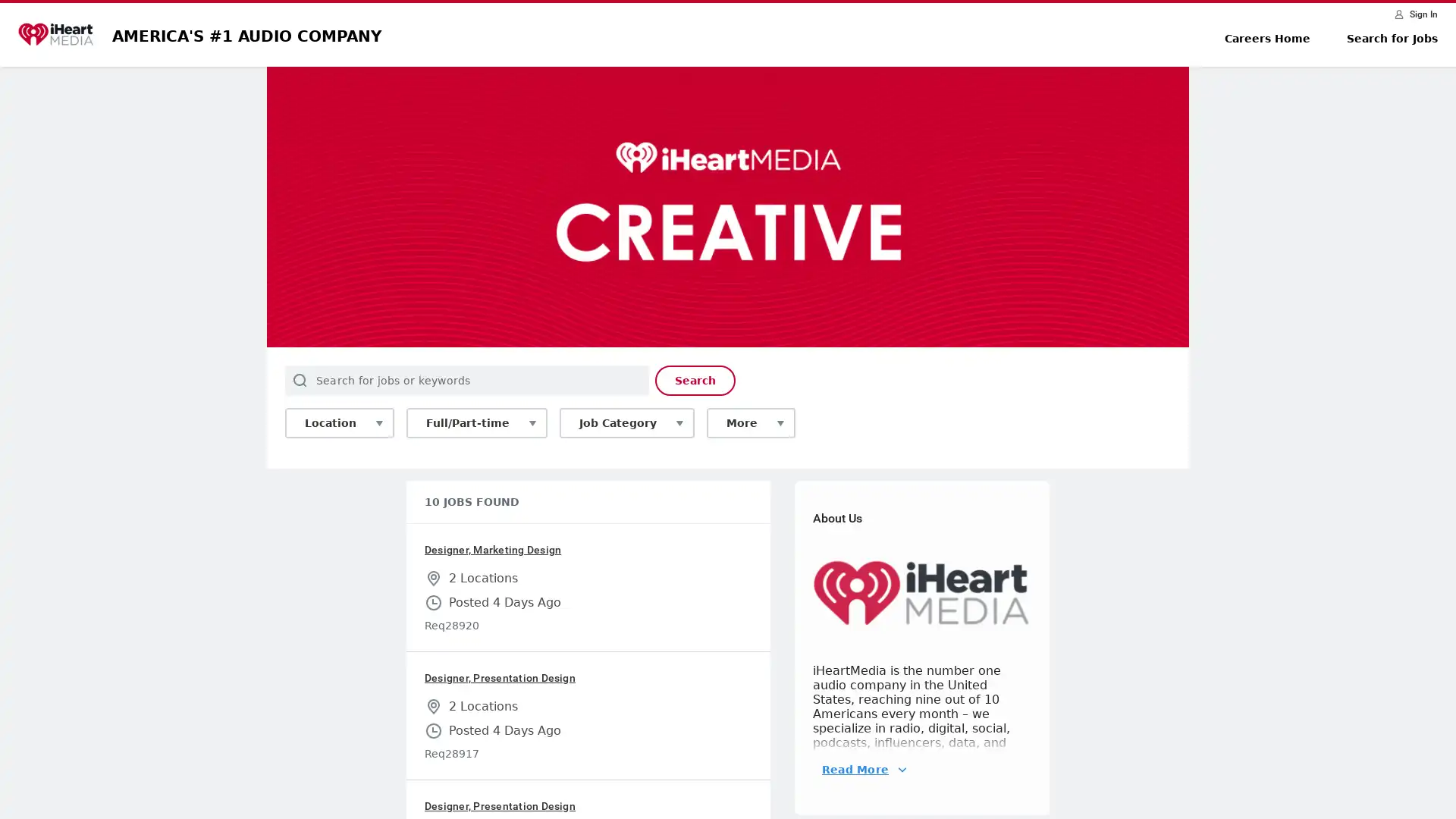  I want to click on Job Category, so click(595, 423).